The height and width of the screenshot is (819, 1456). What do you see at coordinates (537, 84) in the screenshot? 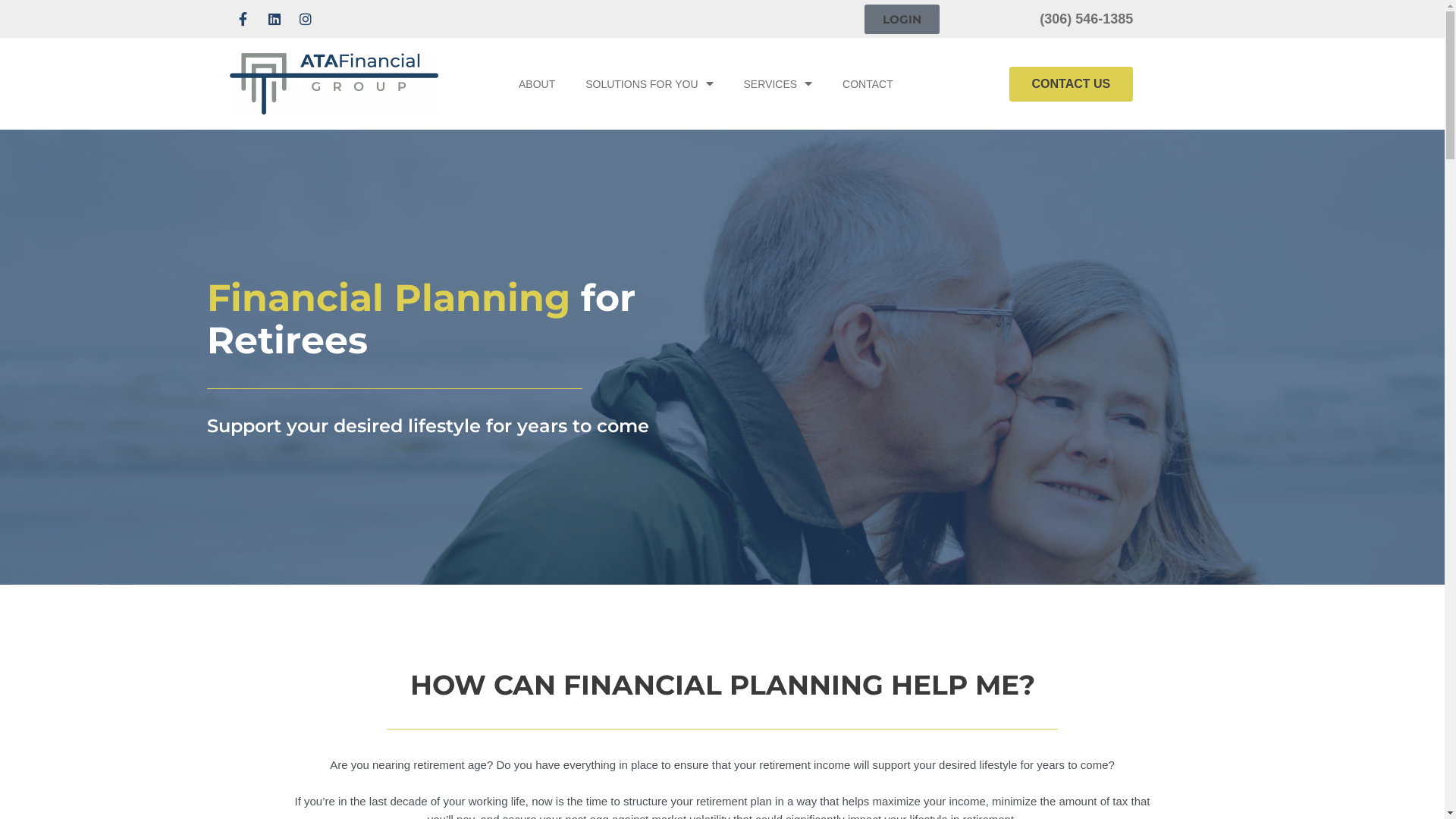
I see `'ABOUT'` at bounding box center [537, 84].